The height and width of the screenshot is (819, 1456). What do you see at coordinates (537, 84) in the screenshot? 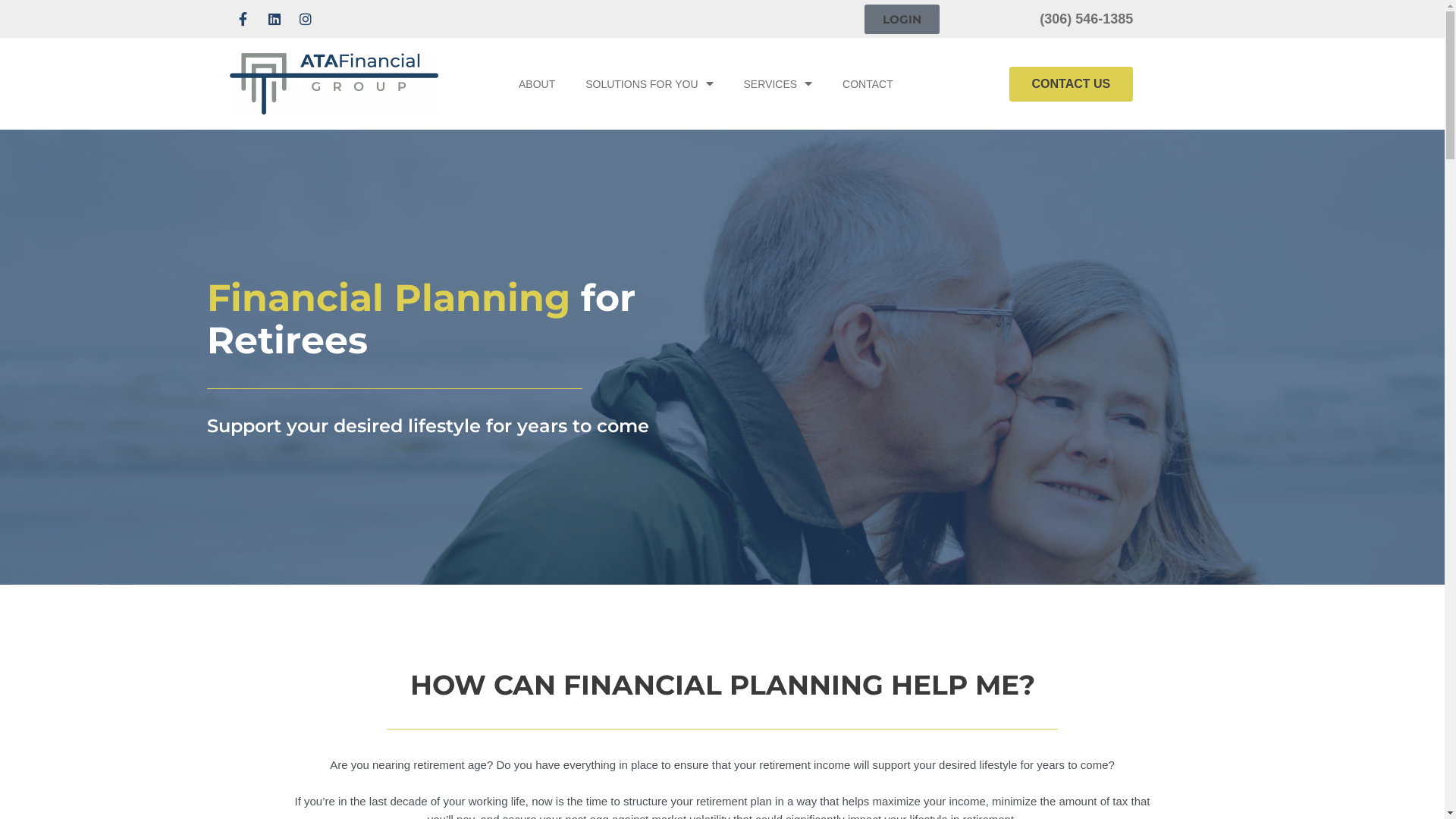
I see `'ABOUT'` at bounding box center [537, 84].